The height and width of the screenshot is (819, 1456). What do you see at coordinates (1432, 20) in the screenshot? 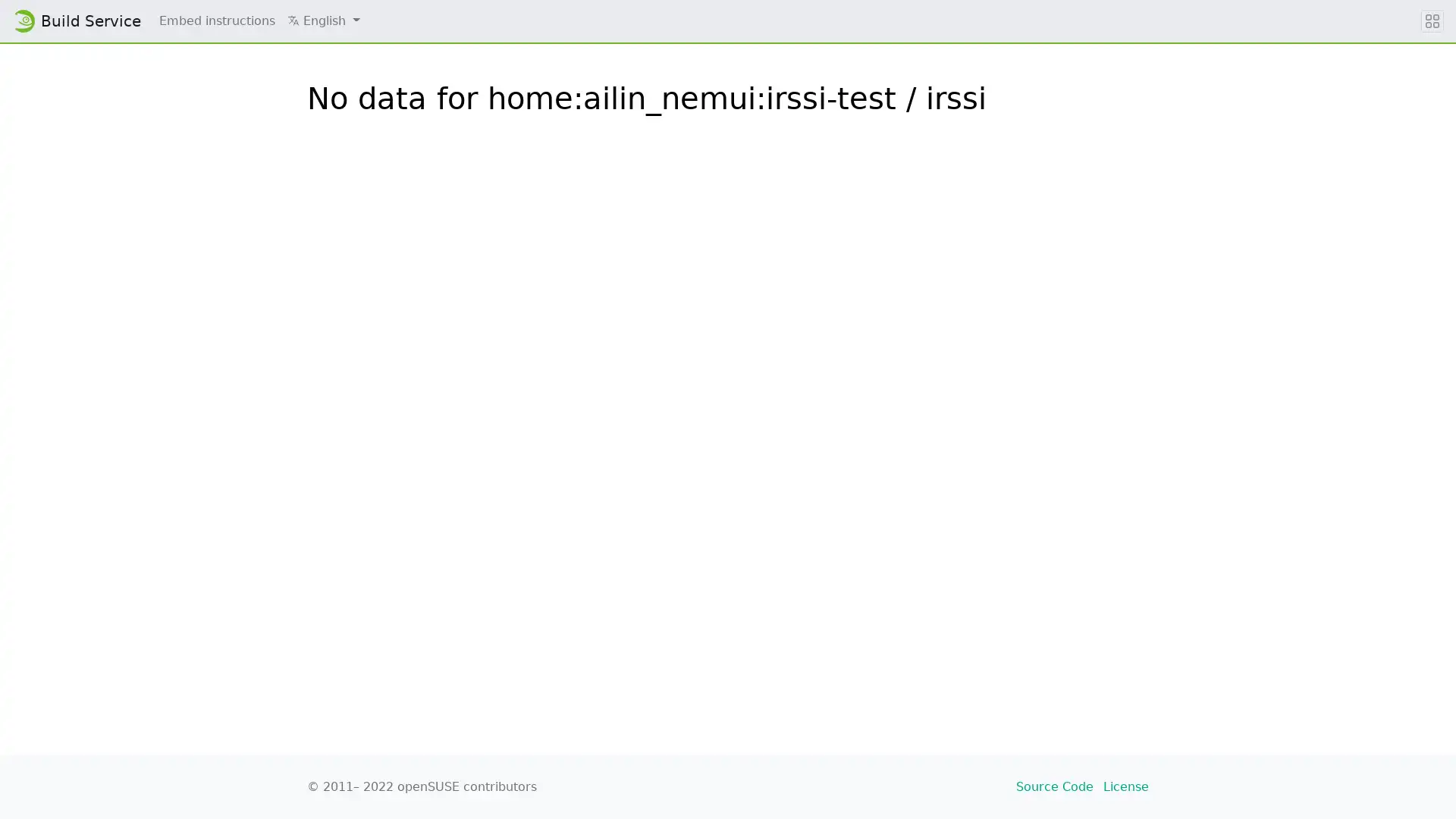
I see `title` at bounding box center [1432, 20].